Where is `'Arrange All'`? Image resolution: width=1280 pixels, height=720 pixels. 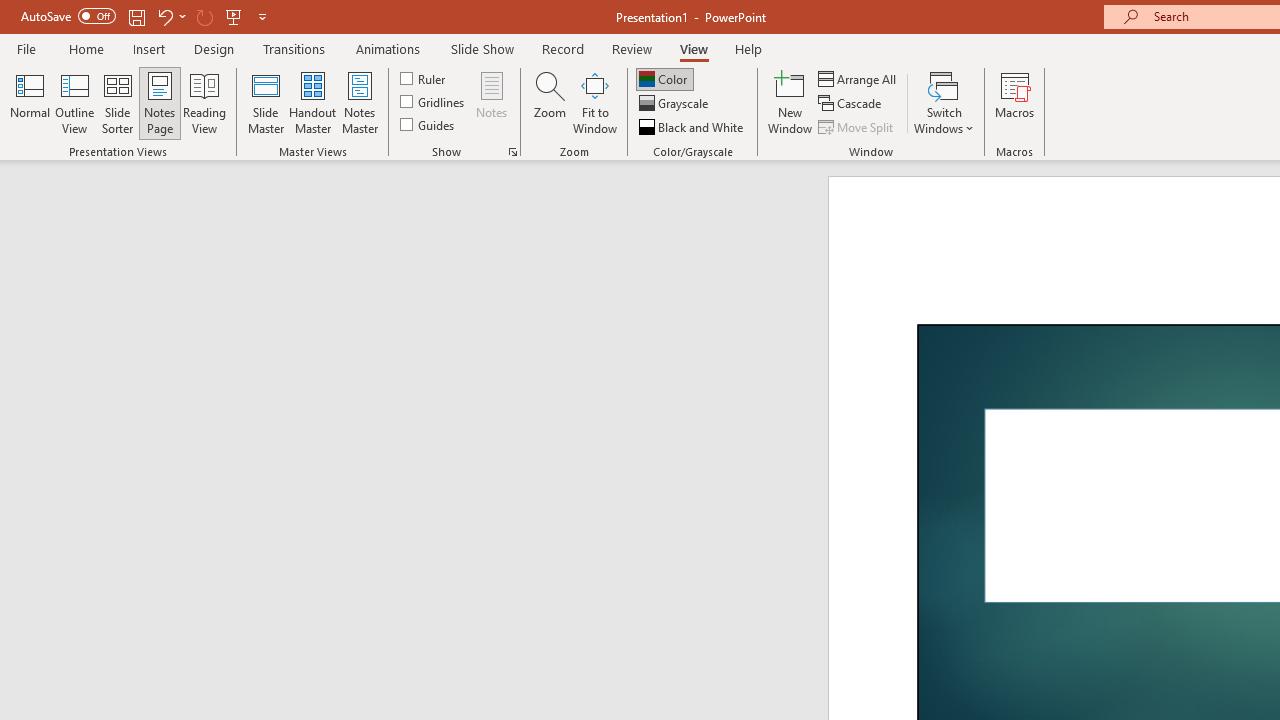
'Arrange All' is located at coordinates (858, 78).